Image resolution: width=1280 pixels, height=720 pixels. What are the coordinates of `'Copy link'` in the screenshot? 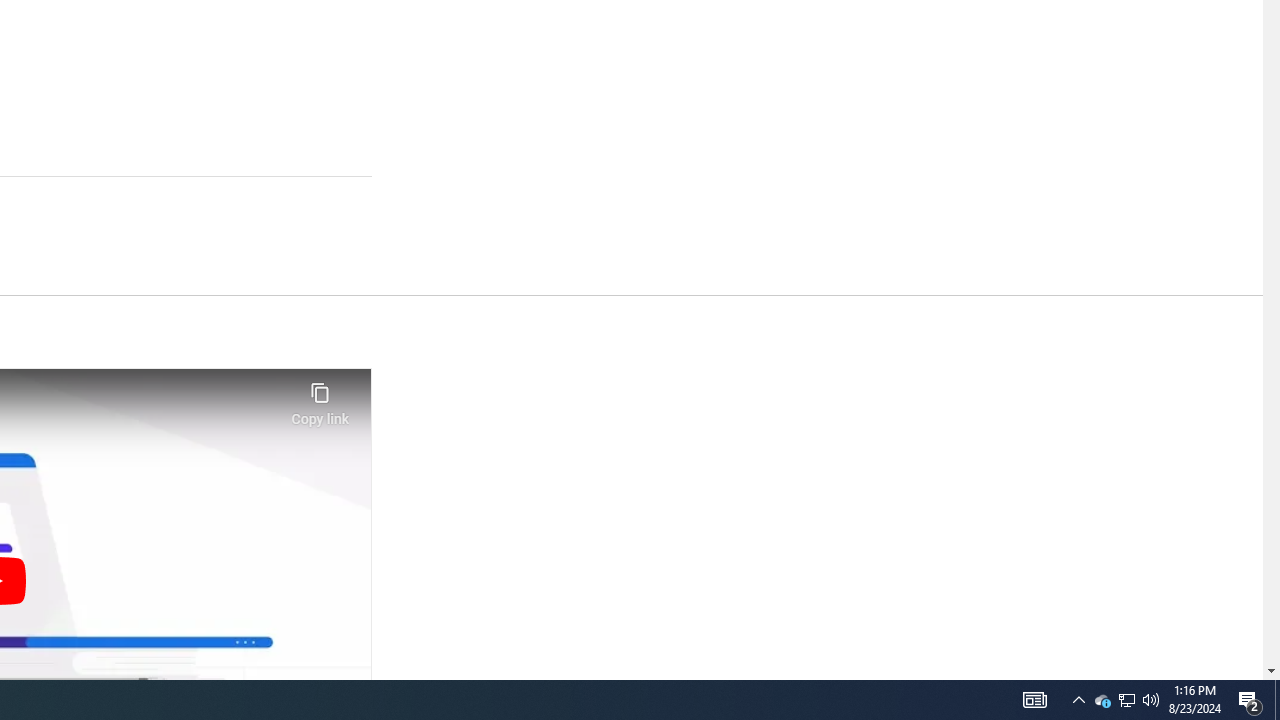 It's located at (320, 398).